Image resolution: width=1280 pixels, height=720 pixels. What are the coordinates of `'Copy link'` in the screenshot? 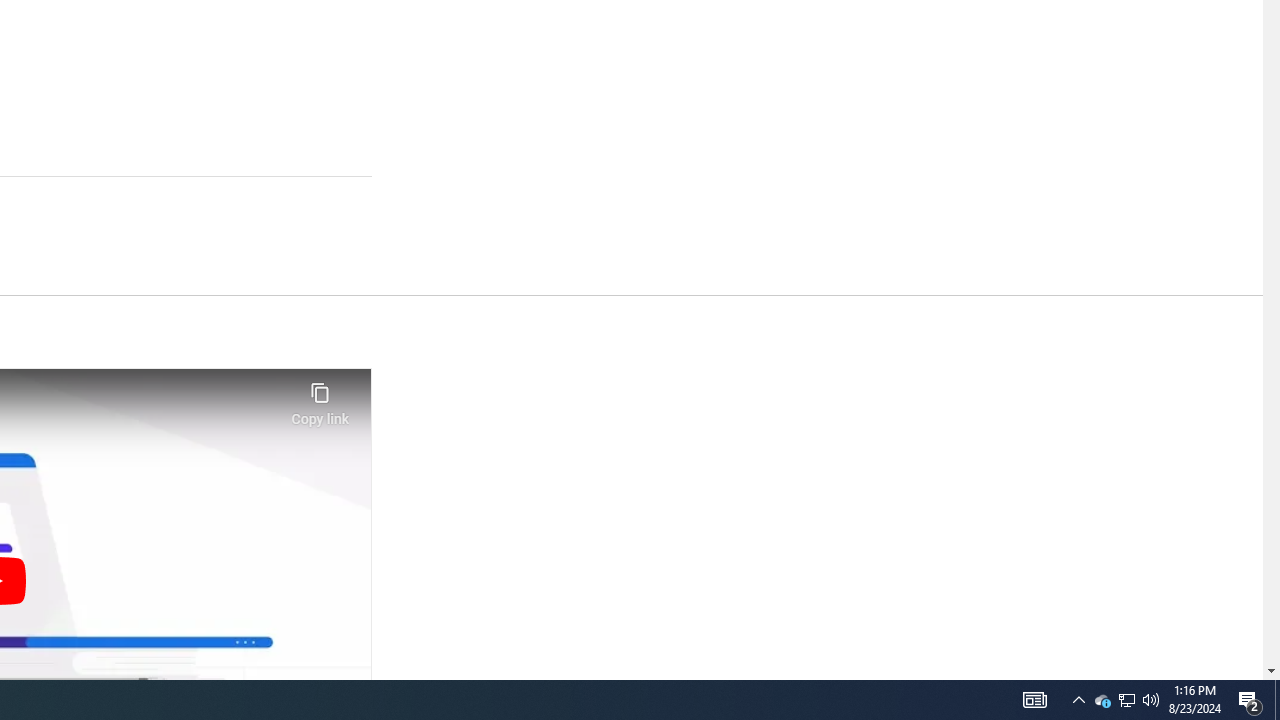 It's located at (320, 398).